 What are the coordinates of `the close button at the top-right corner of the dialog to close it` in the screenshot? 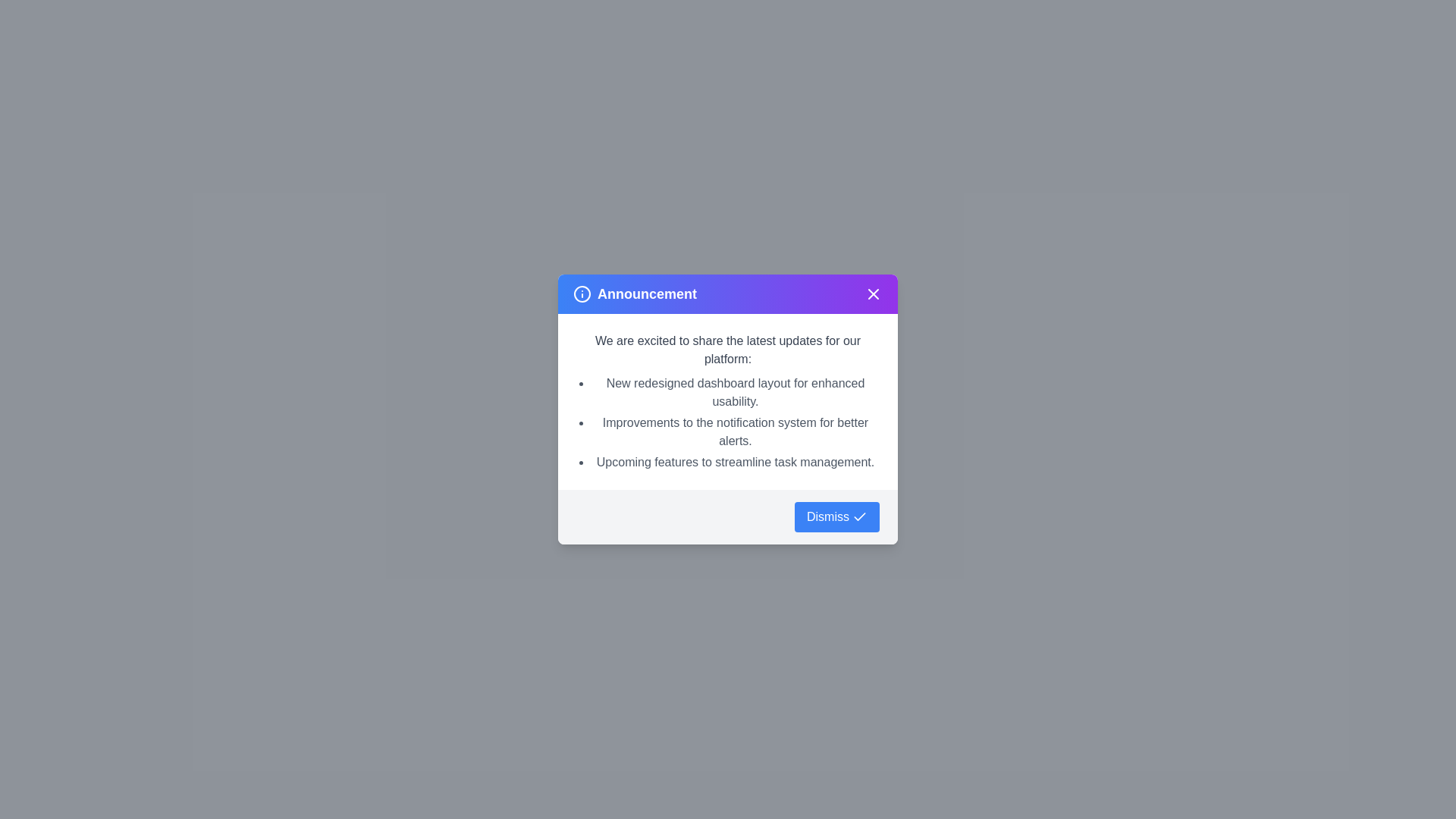 It's located at (874, 294).